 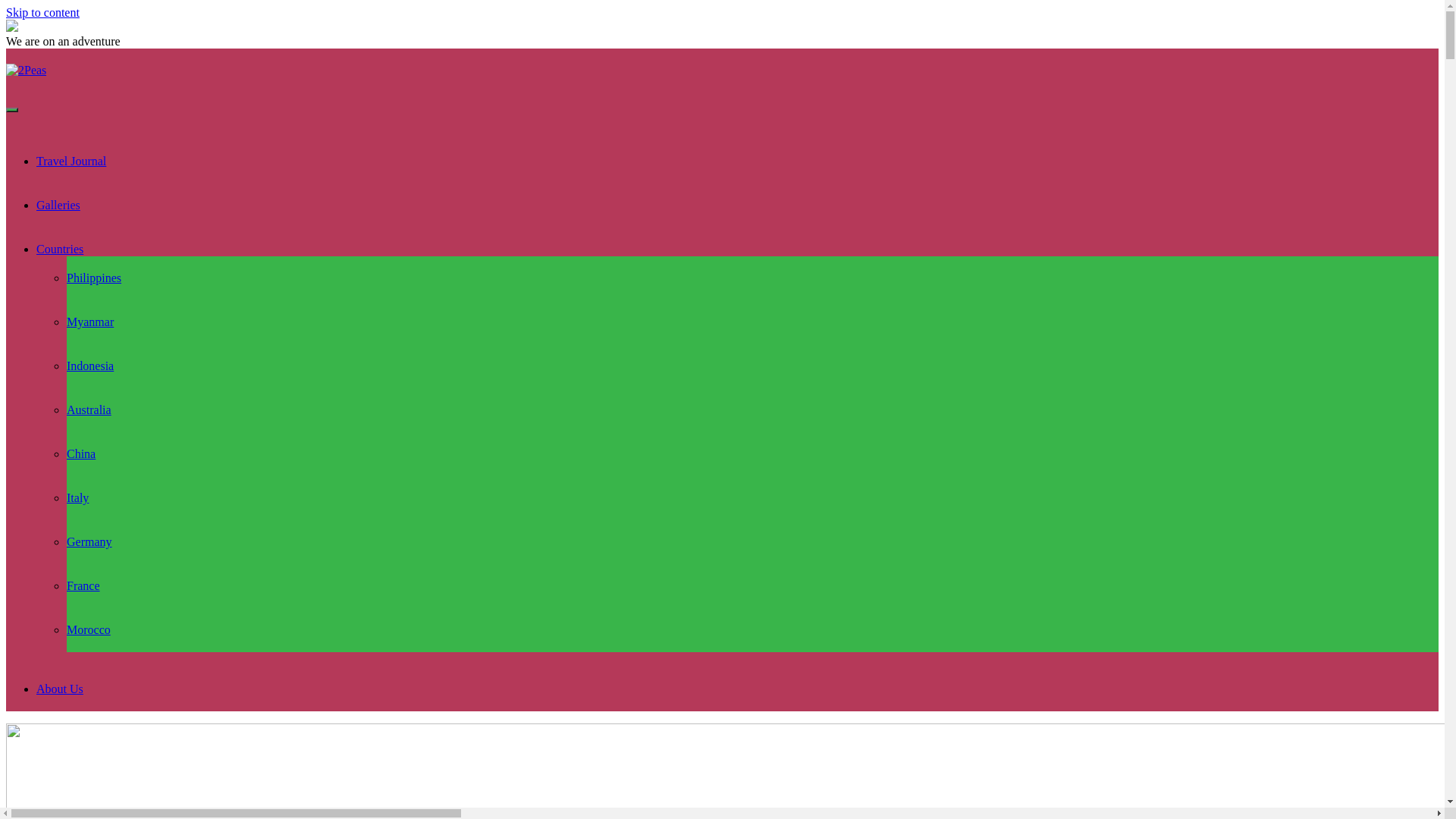 What do you see at coordinates (59, 689) in the screenshot?
I see `'About Us'` at bounding box center [59, 689].